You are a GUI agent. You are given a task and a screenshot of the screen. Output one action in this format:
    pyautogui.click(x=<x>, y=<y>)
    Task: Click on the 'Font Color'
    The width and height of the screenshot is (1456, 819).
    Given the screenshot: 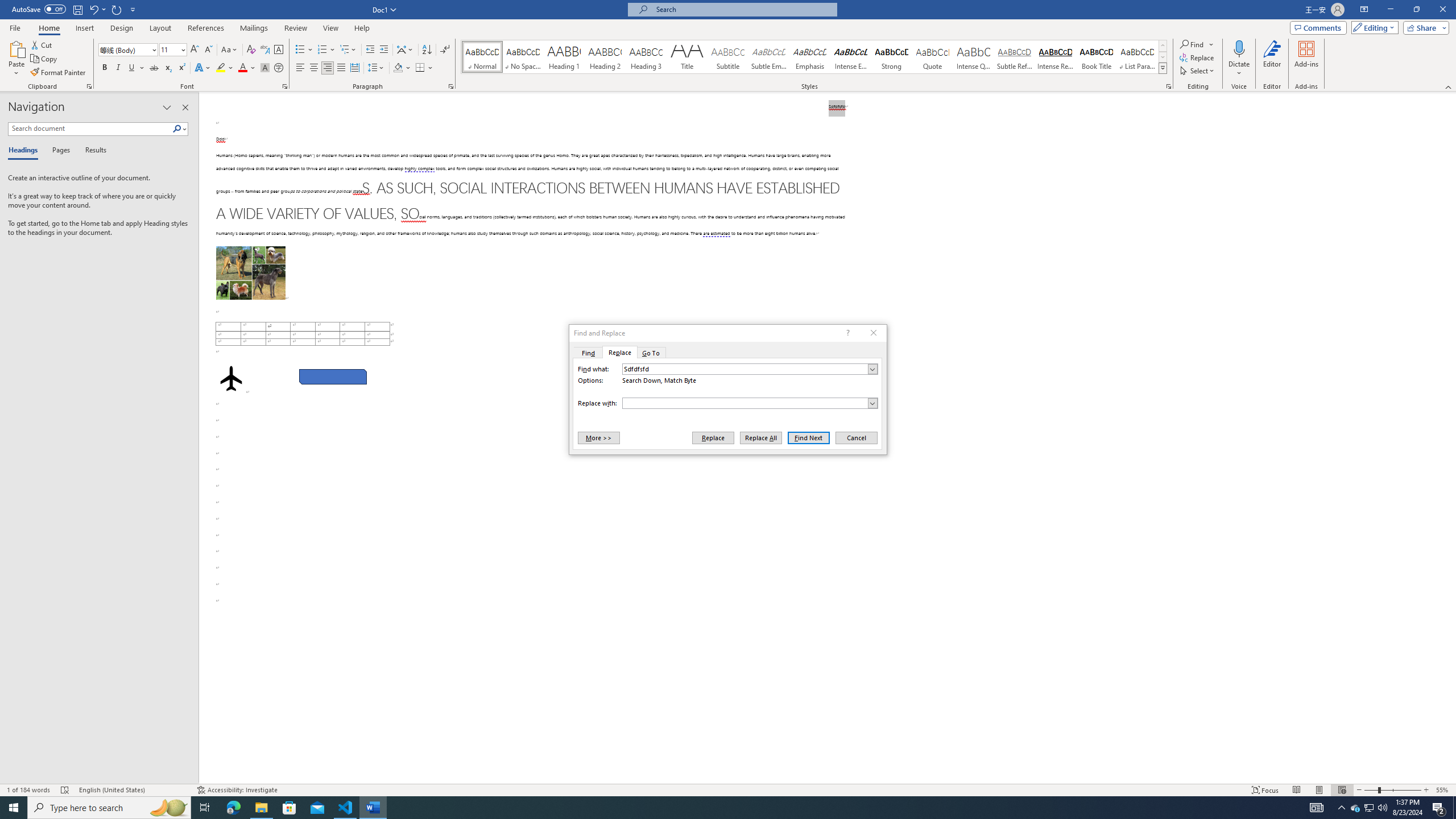 What is the action you would take?
    pyautogui.click(x=246, y=67)
    